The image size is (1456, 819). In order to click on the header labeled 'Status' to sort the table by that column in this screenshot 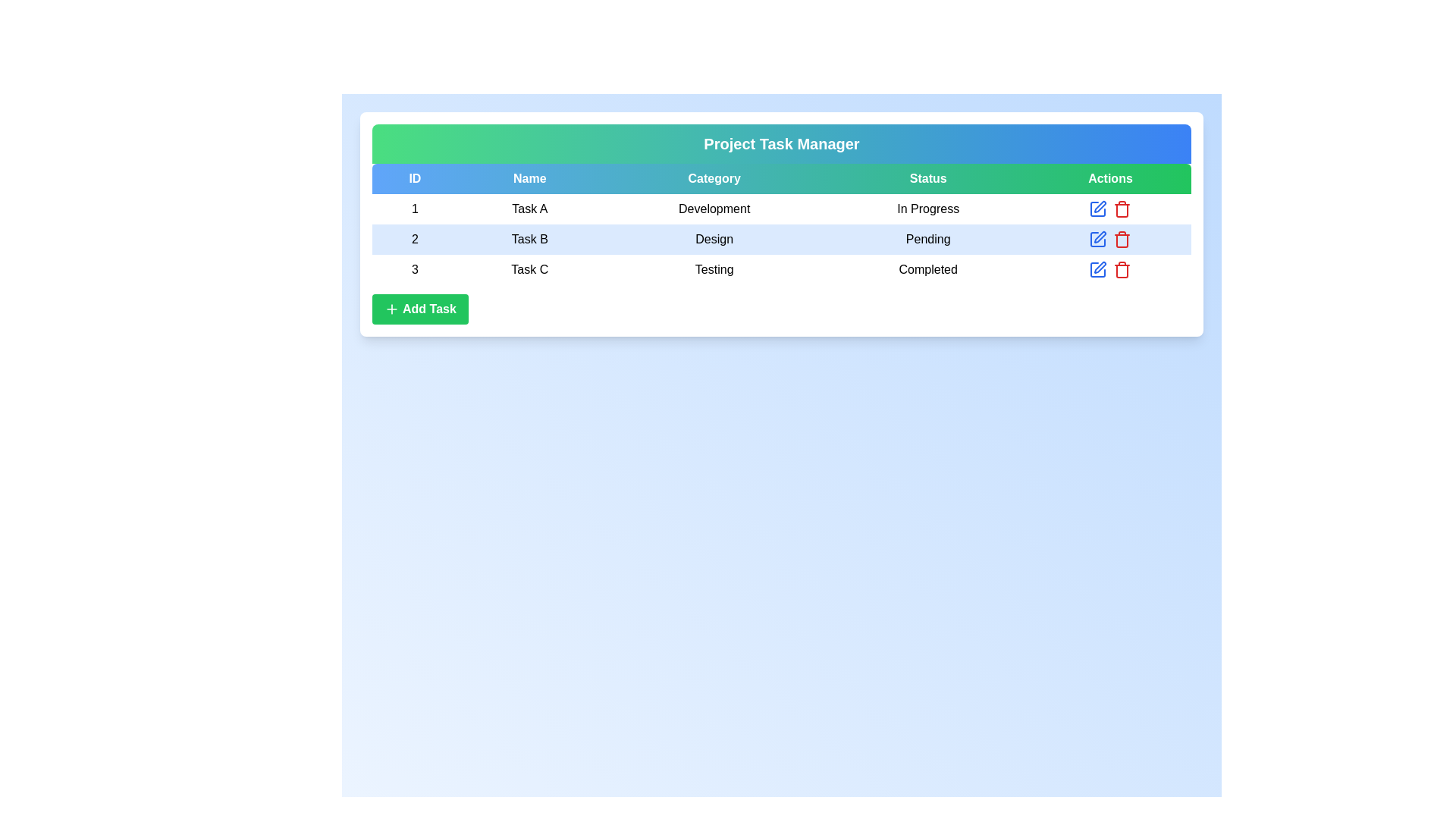, I will do `click(927, 177)`.